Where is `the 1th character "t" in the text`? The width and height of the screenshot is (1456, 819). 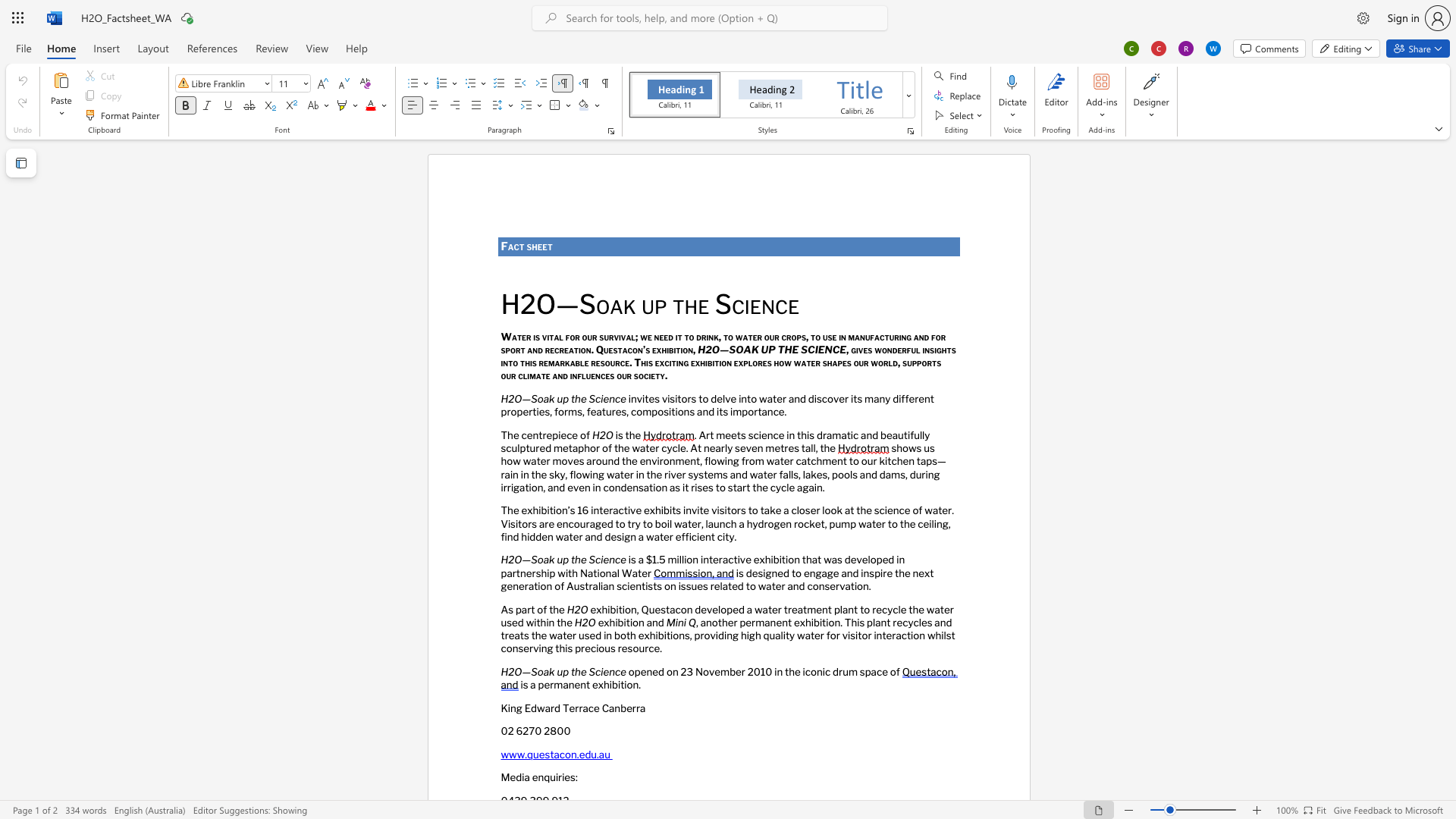
the 1th character "t" in the text is located at coordinates (677, 305).